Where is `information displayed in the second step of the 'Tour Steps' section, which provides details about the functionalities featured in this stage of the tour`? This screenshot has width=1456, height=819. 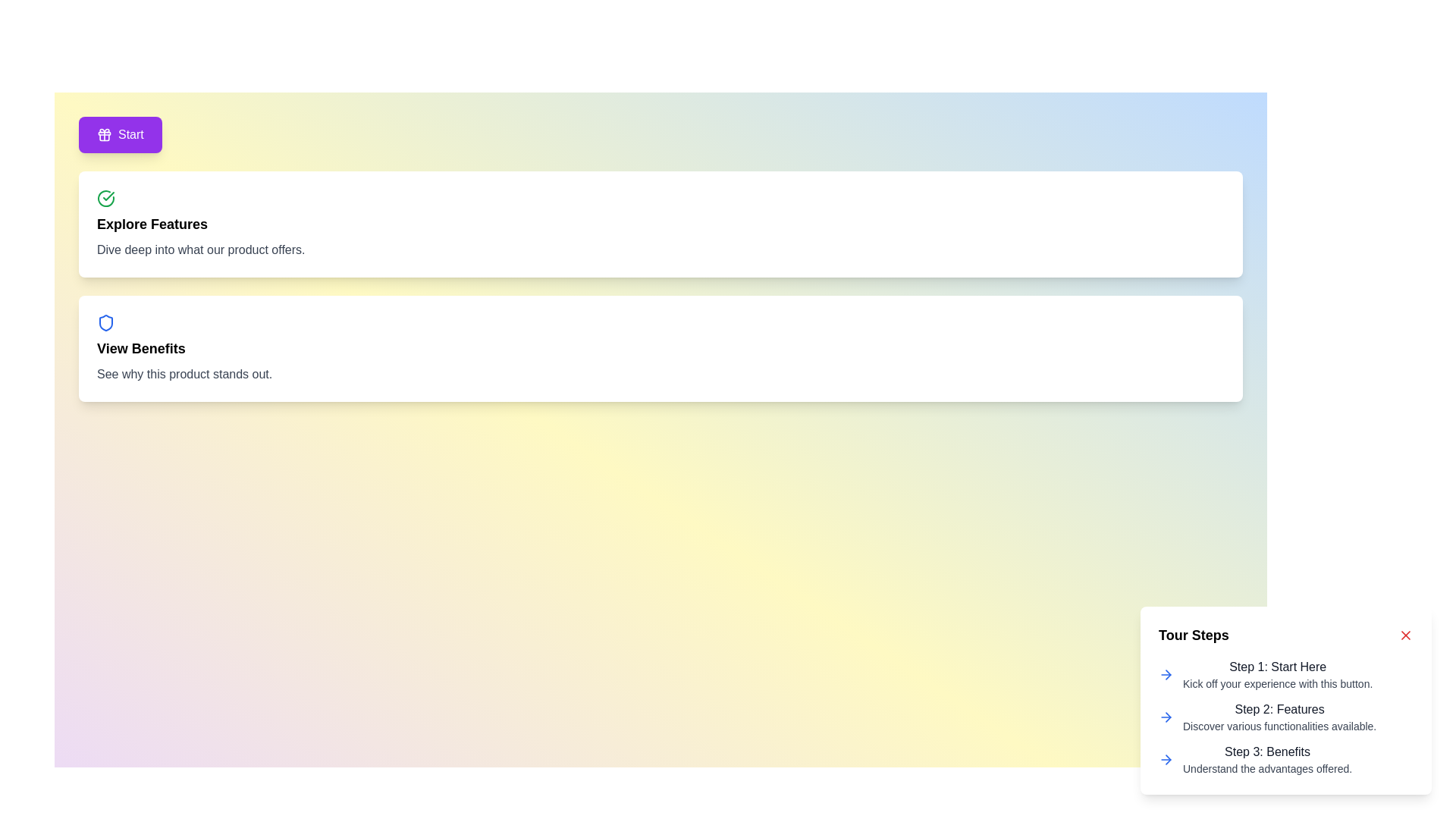 information displayed in the second step of the 'Tour Steps' section, which provides details about the functionalities featured in this stage of the tour is located at coordinates (1279, 717).